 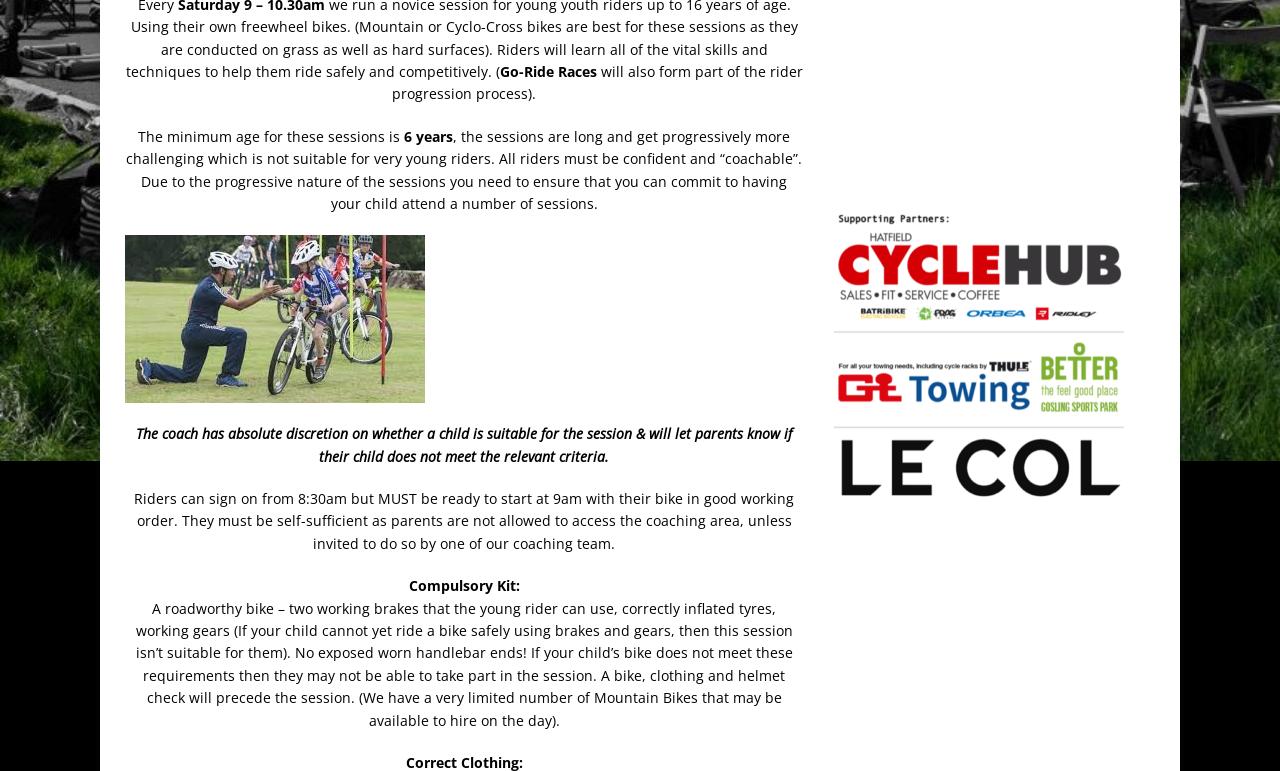 What do you see at coordinates (269, 135) in the screenshot?
I see `'The minimum age for these sessions is'` at bounding box center [269, 135].